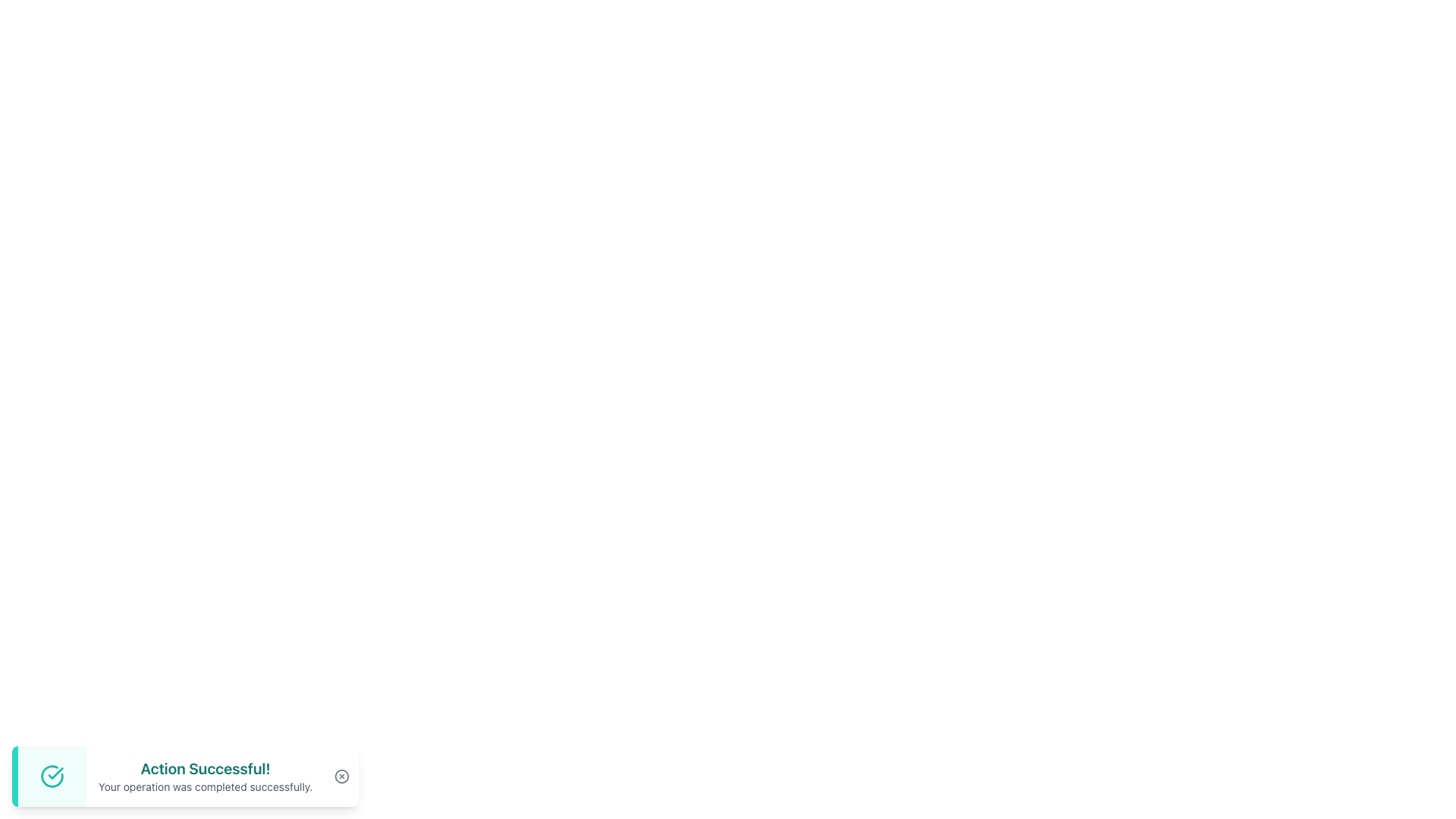  I want to click on the circular outline icon with a cross inside, located in the bottom-right corner of the interface, so click(340, 776).